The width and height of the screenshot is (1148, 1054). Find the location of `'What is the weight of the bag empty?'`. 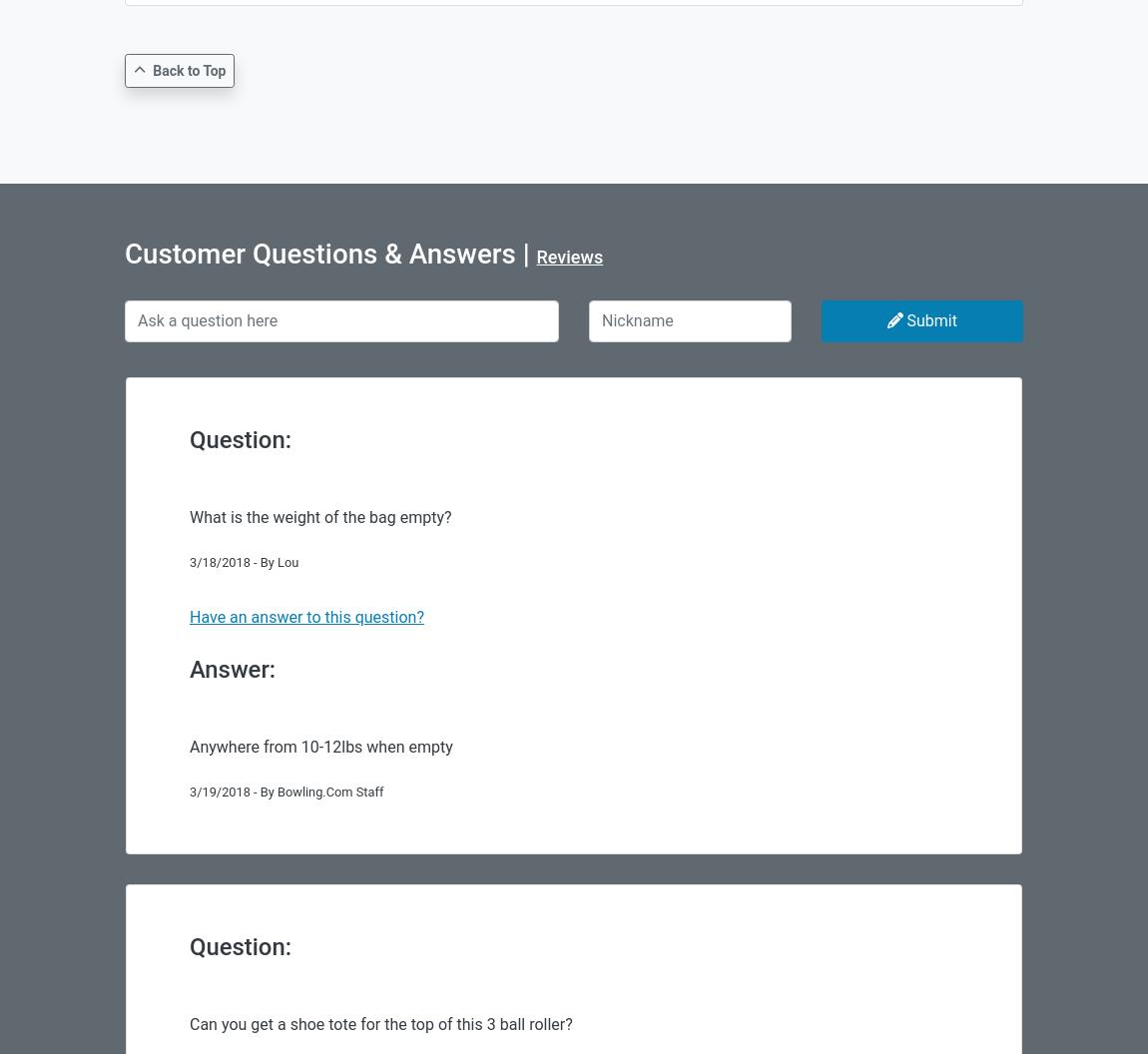

'What is the weight of the bag empty?' is located at coordinates (319, 515).